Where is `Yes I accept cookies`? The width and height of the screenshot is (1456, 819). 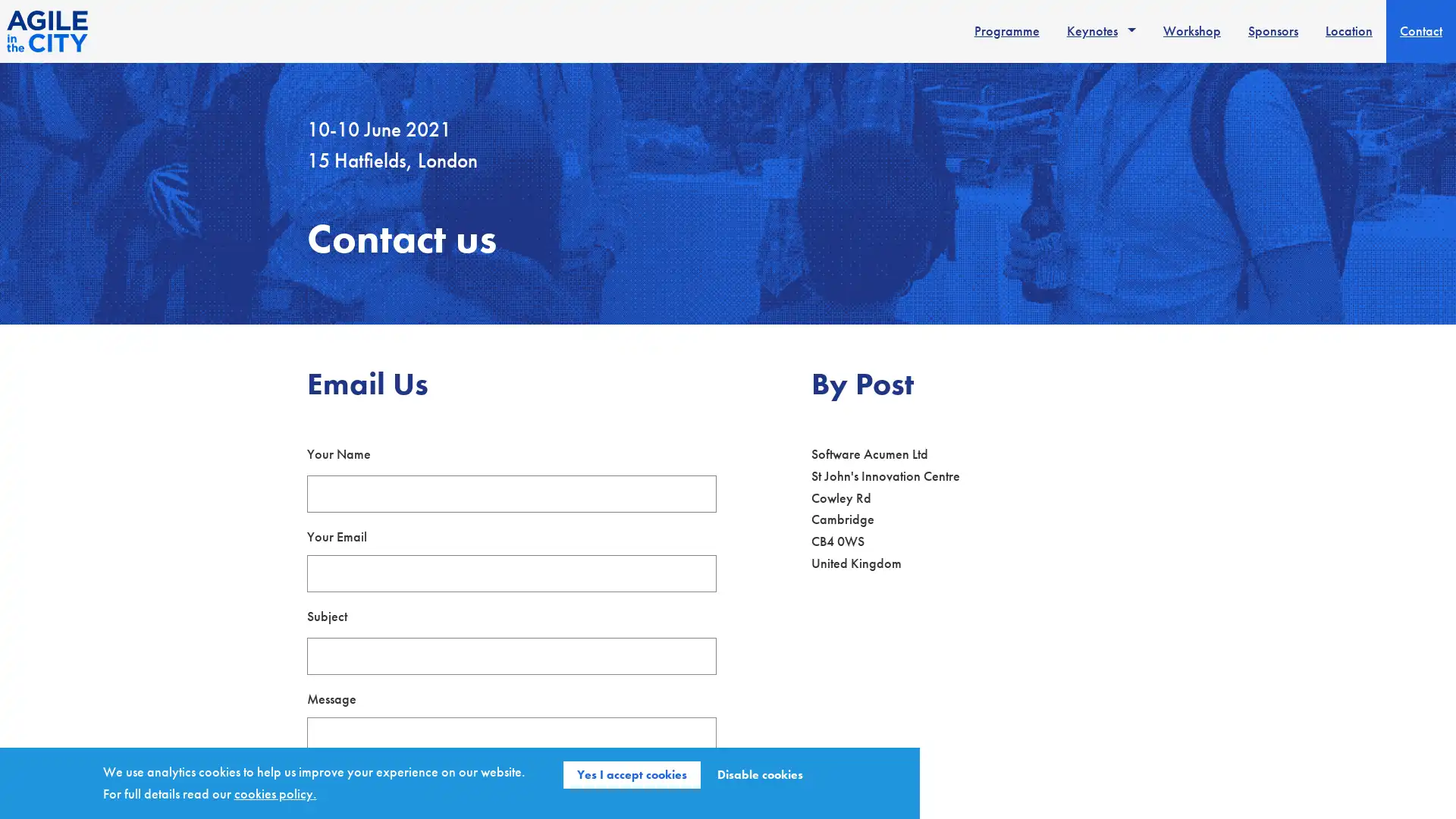 Yes I accept cookies is located at coordinates (632, 775).